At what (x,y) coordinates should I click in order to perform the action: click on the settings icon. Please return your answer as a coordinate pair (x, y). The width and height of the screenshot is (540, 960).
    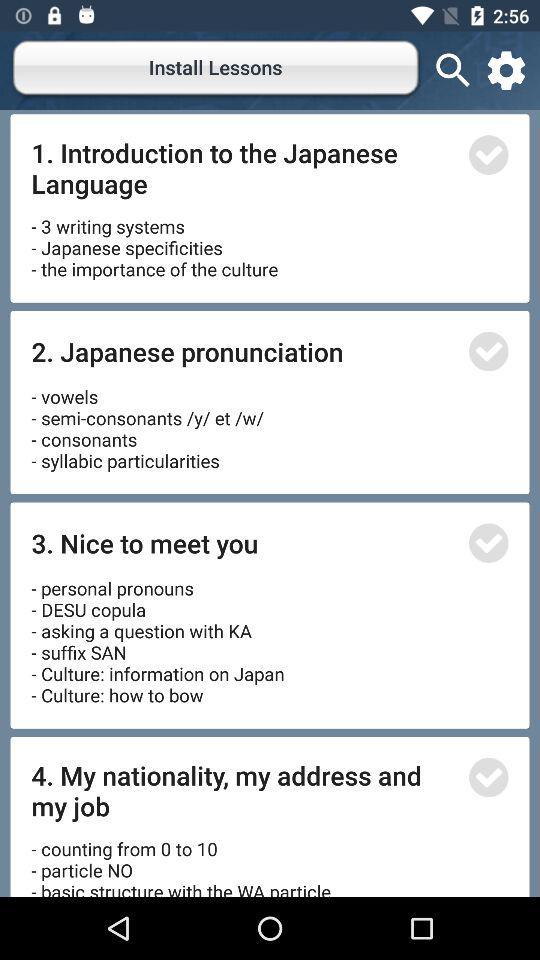
    Looking at the image, I should click on (505, 70).